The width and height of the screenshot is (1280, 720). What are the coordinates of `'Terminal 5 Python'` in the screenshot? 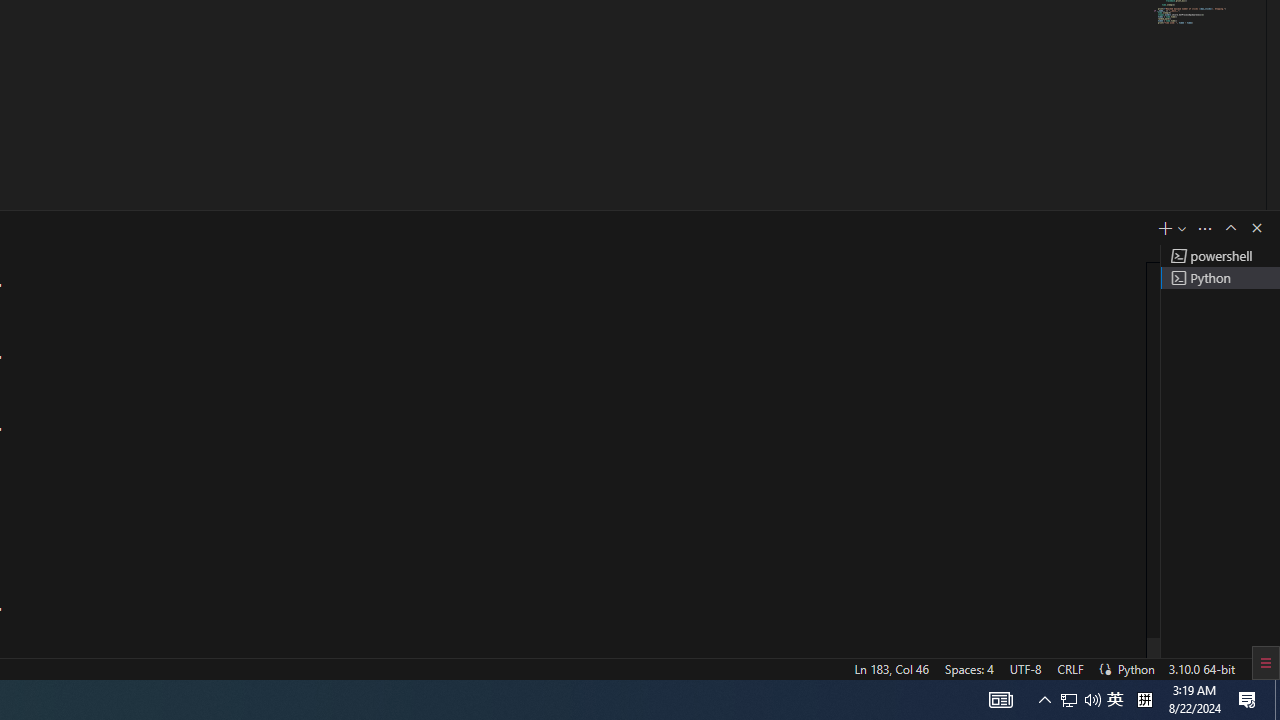 It's located at (1219, 277).